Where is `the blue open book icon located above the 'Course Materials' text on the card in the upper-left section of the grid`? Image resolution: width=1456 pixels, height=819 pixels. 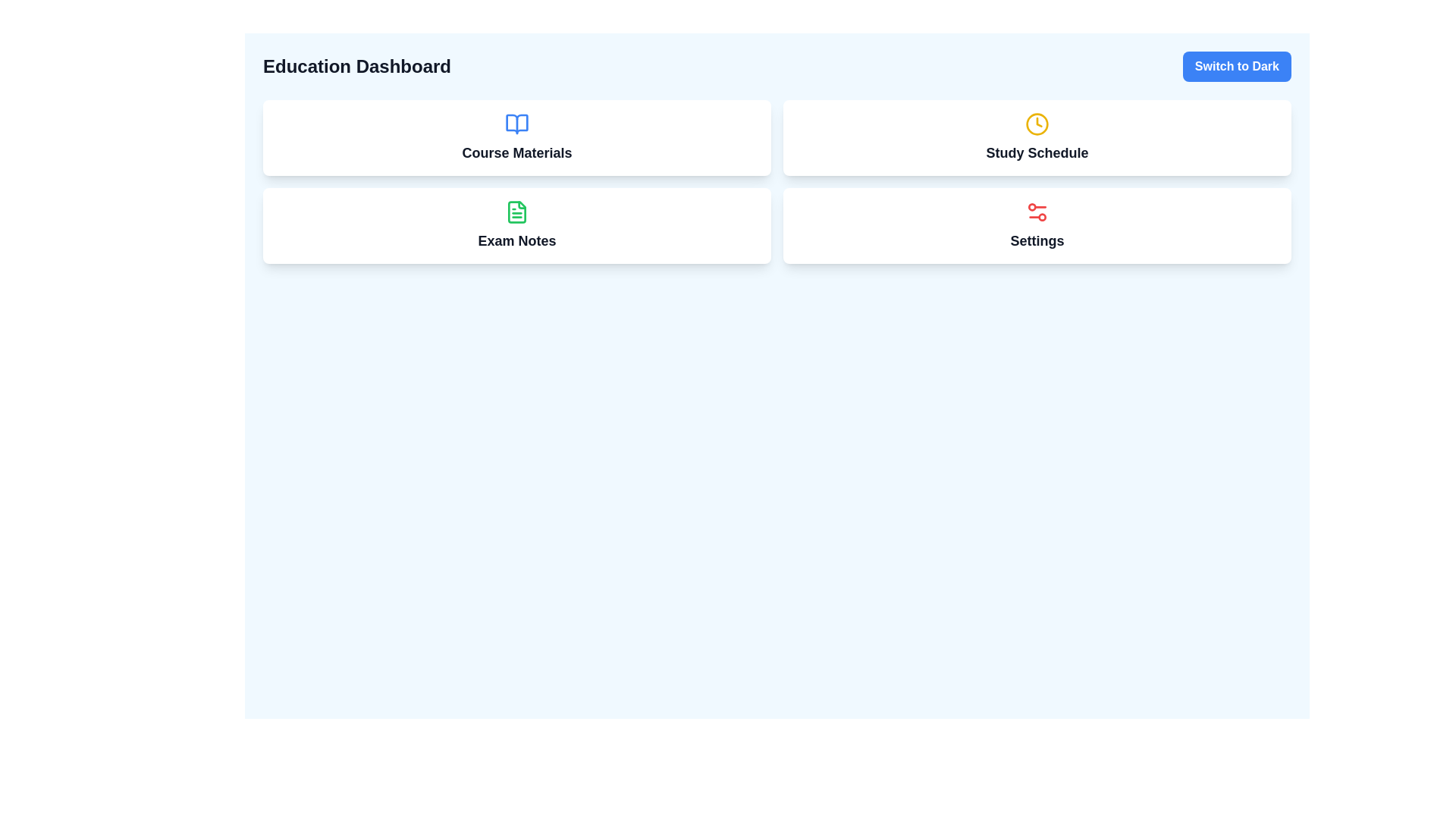 the blue open book icon located above the 'Course Materials' text on the card in the upper-left section of the grid is located at coordinates (516, 124).